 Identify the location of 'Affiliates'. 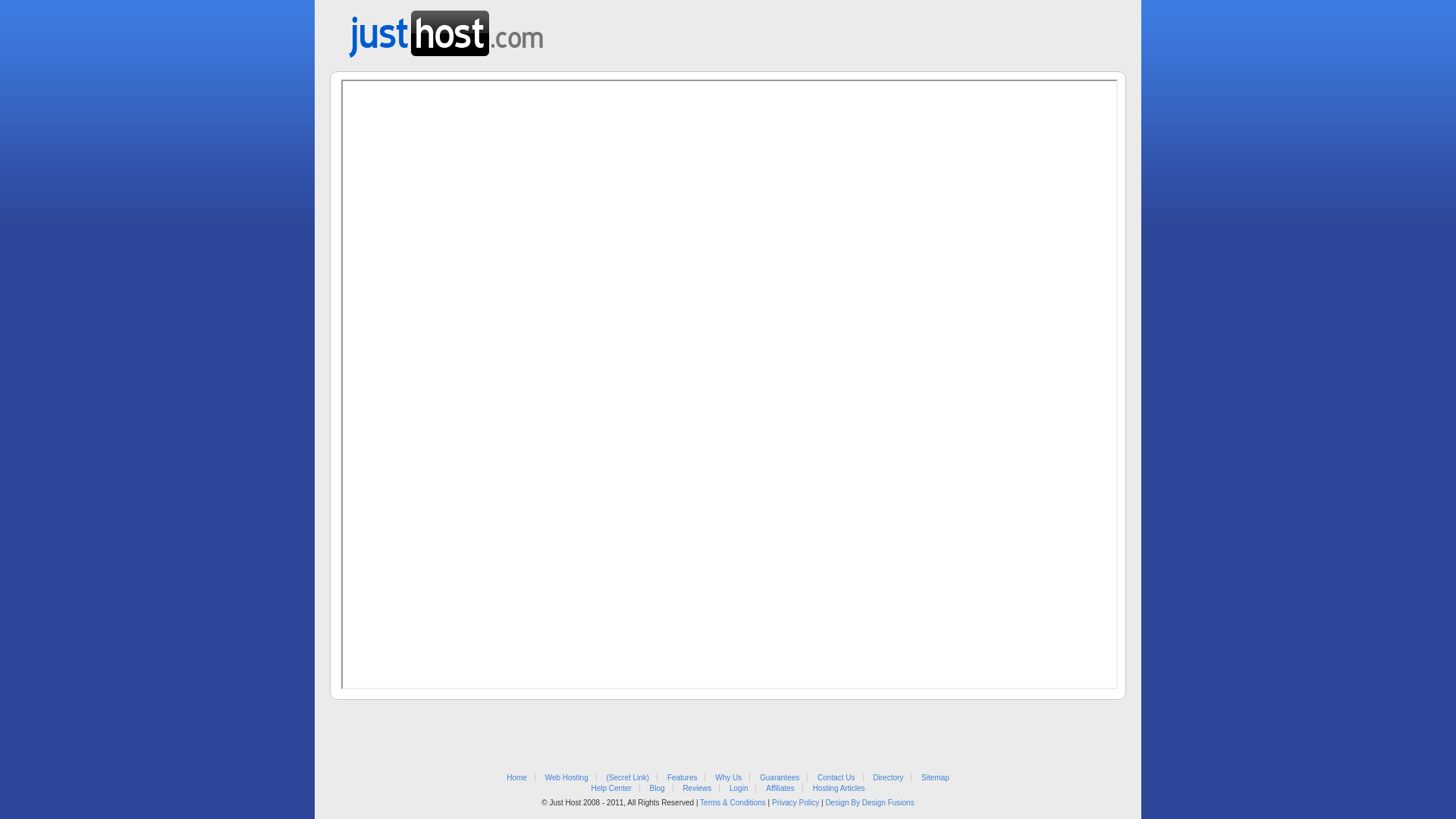
(780, 787).